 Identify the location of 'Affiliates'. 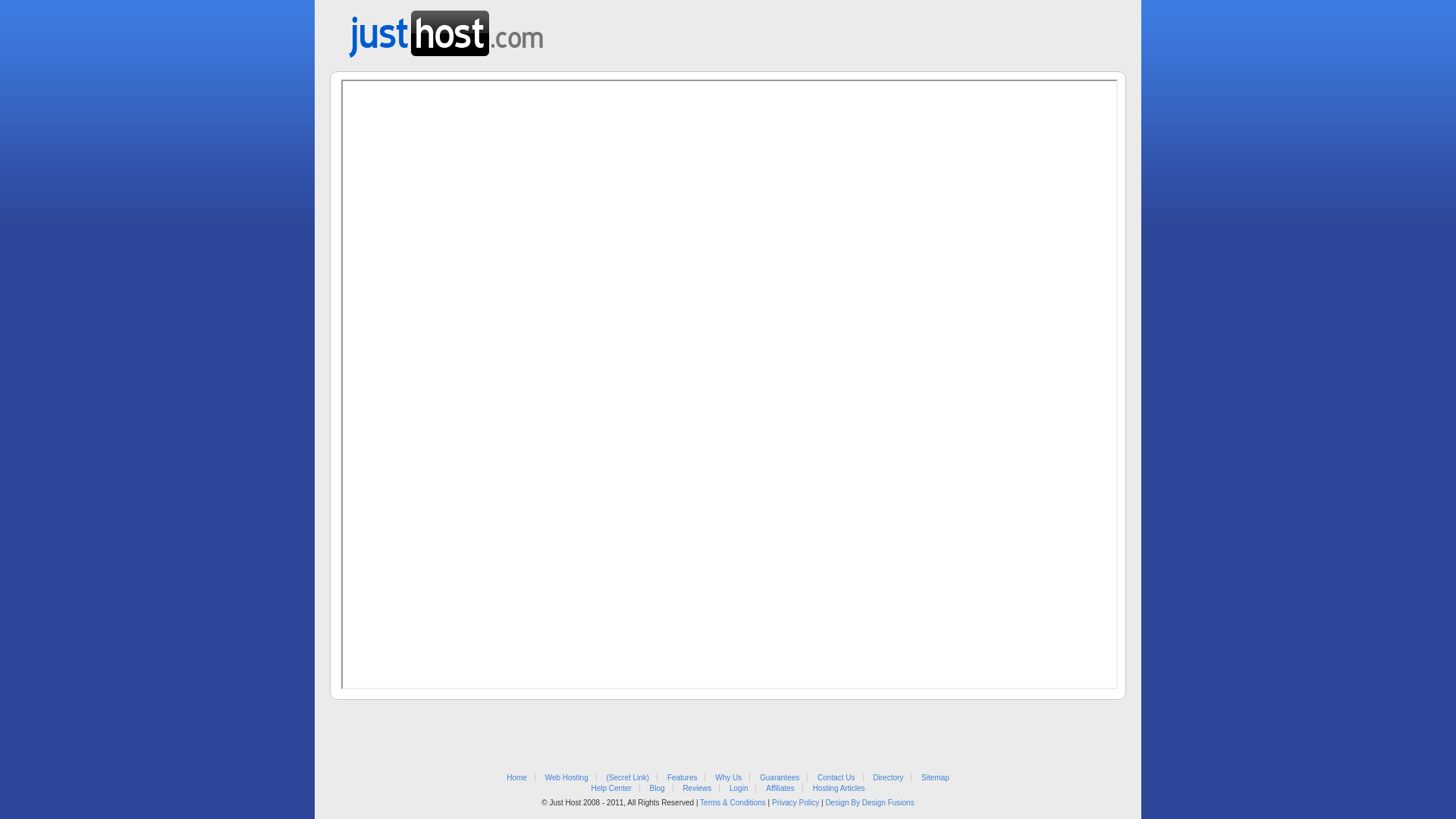
(780, 787).